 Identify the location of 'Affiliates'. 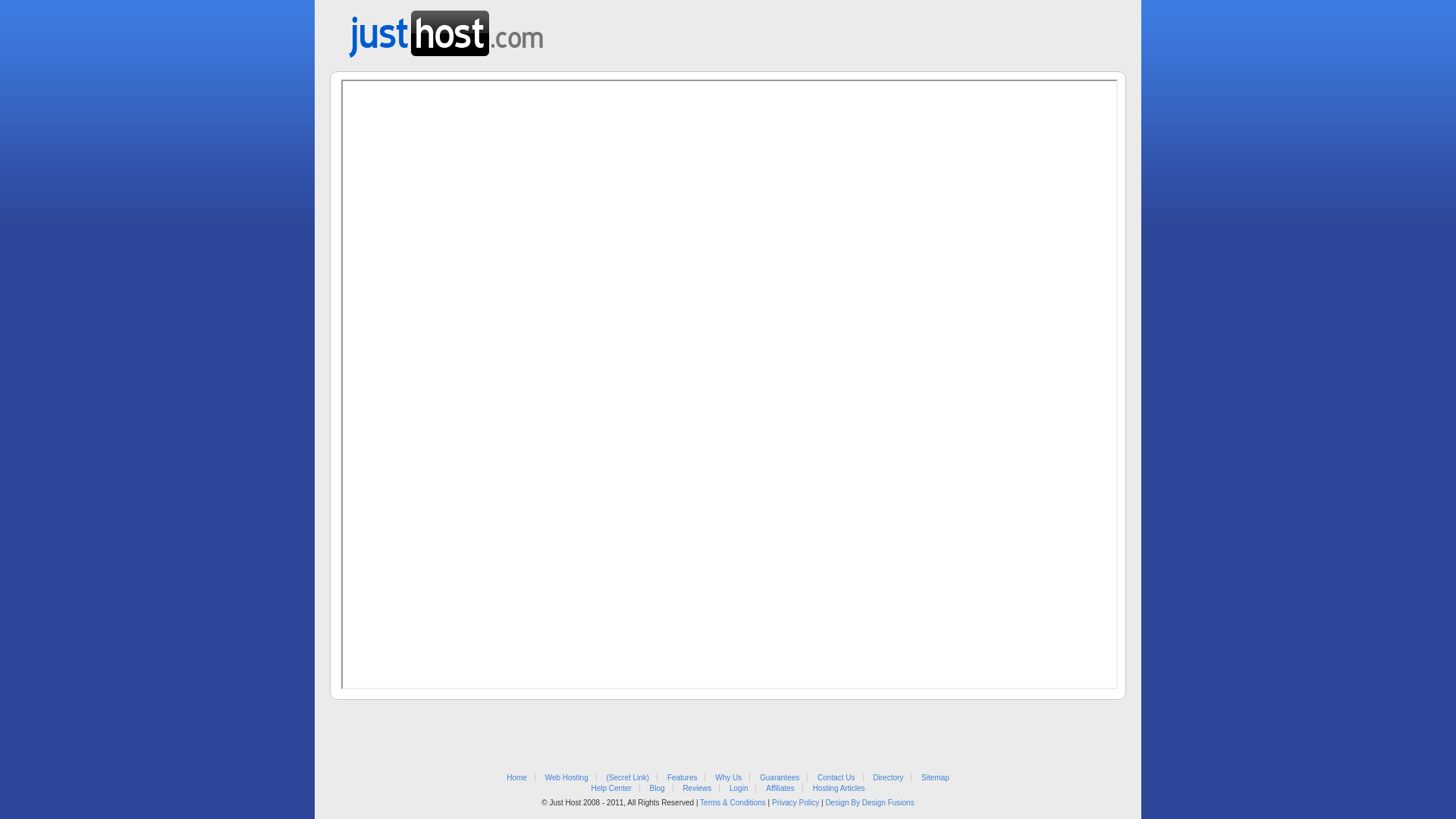
(780, 787).